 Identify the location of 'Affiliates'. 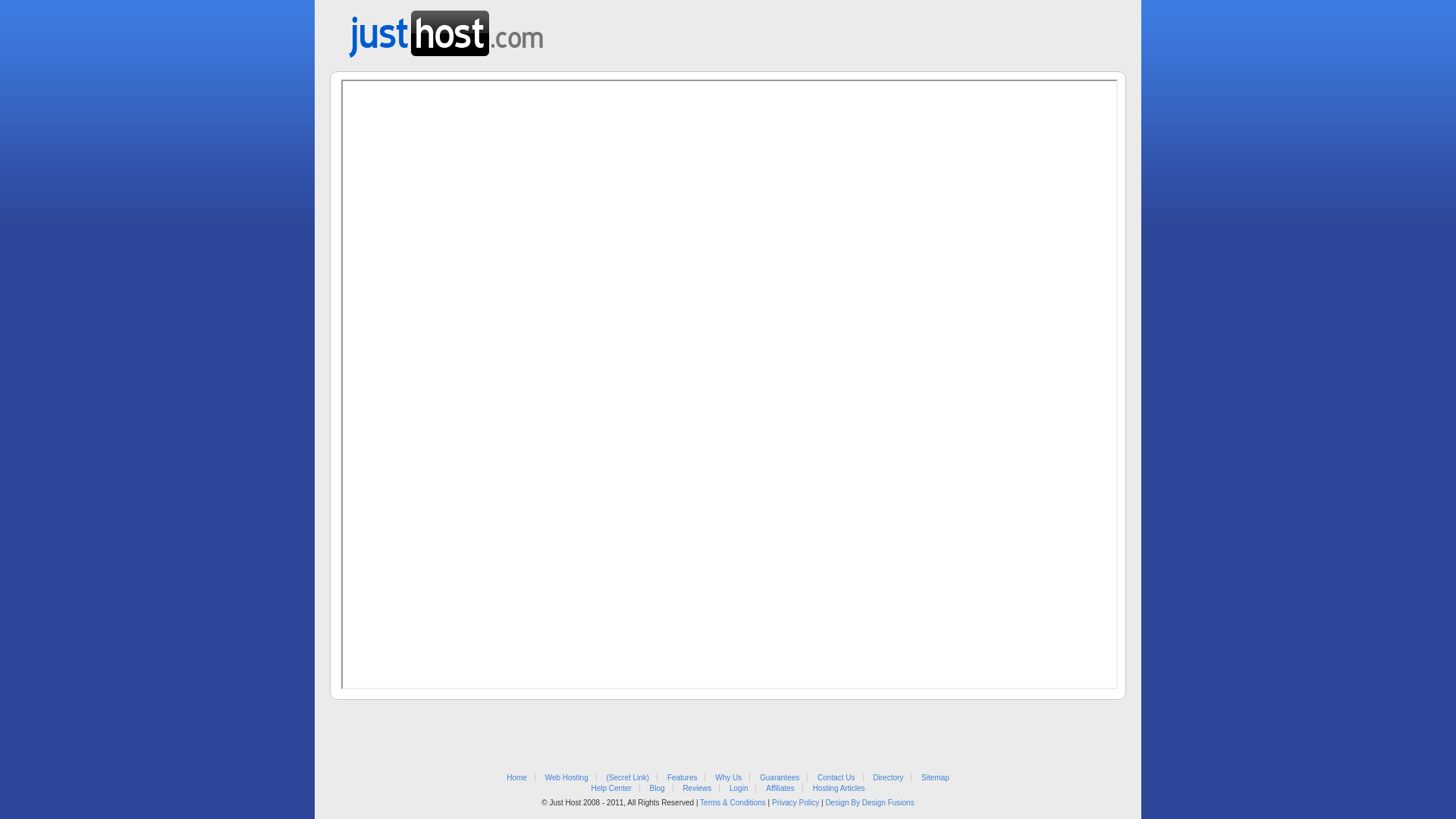
(780, 787).